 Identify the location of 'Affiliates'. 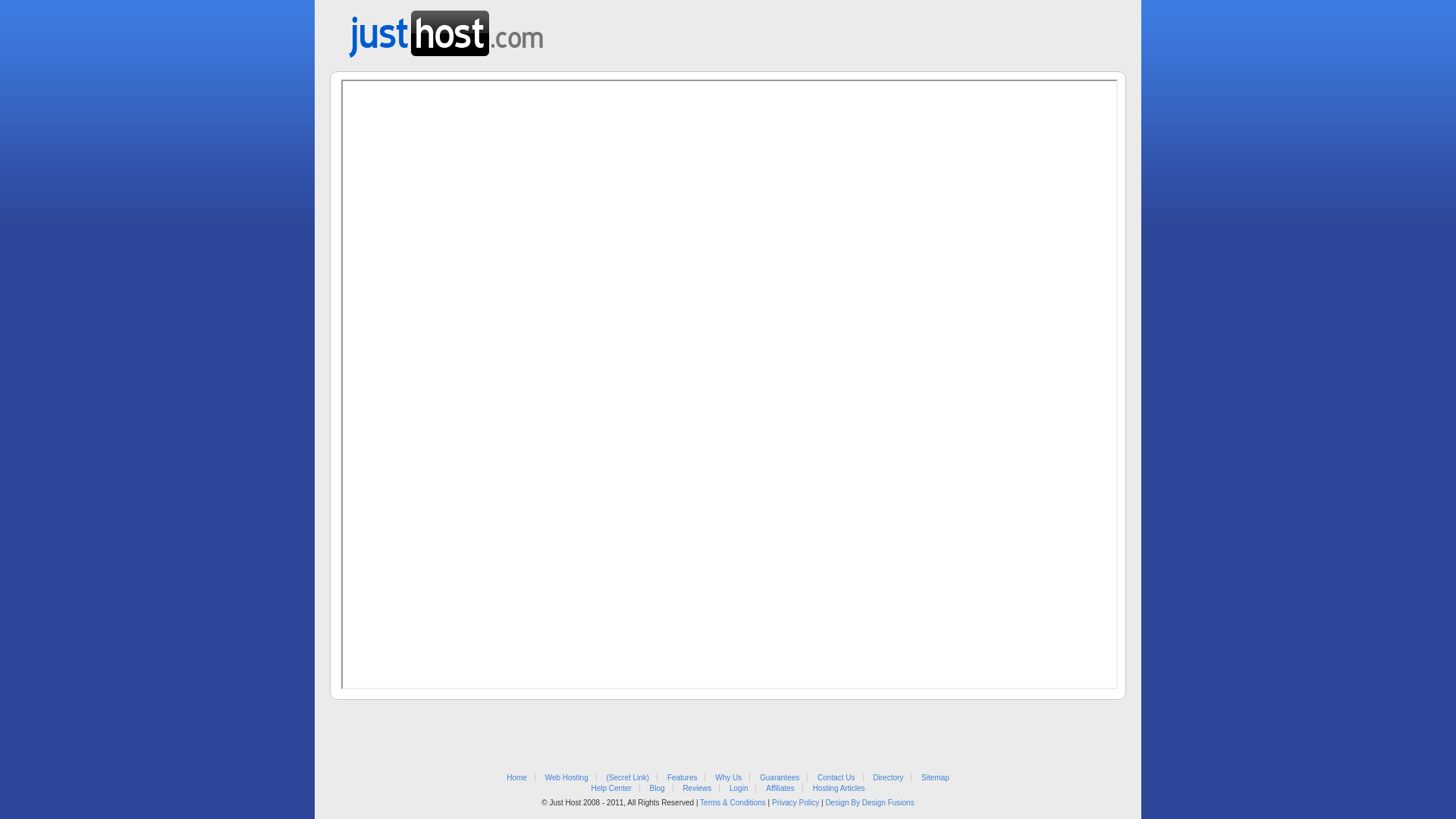
(780, 787).